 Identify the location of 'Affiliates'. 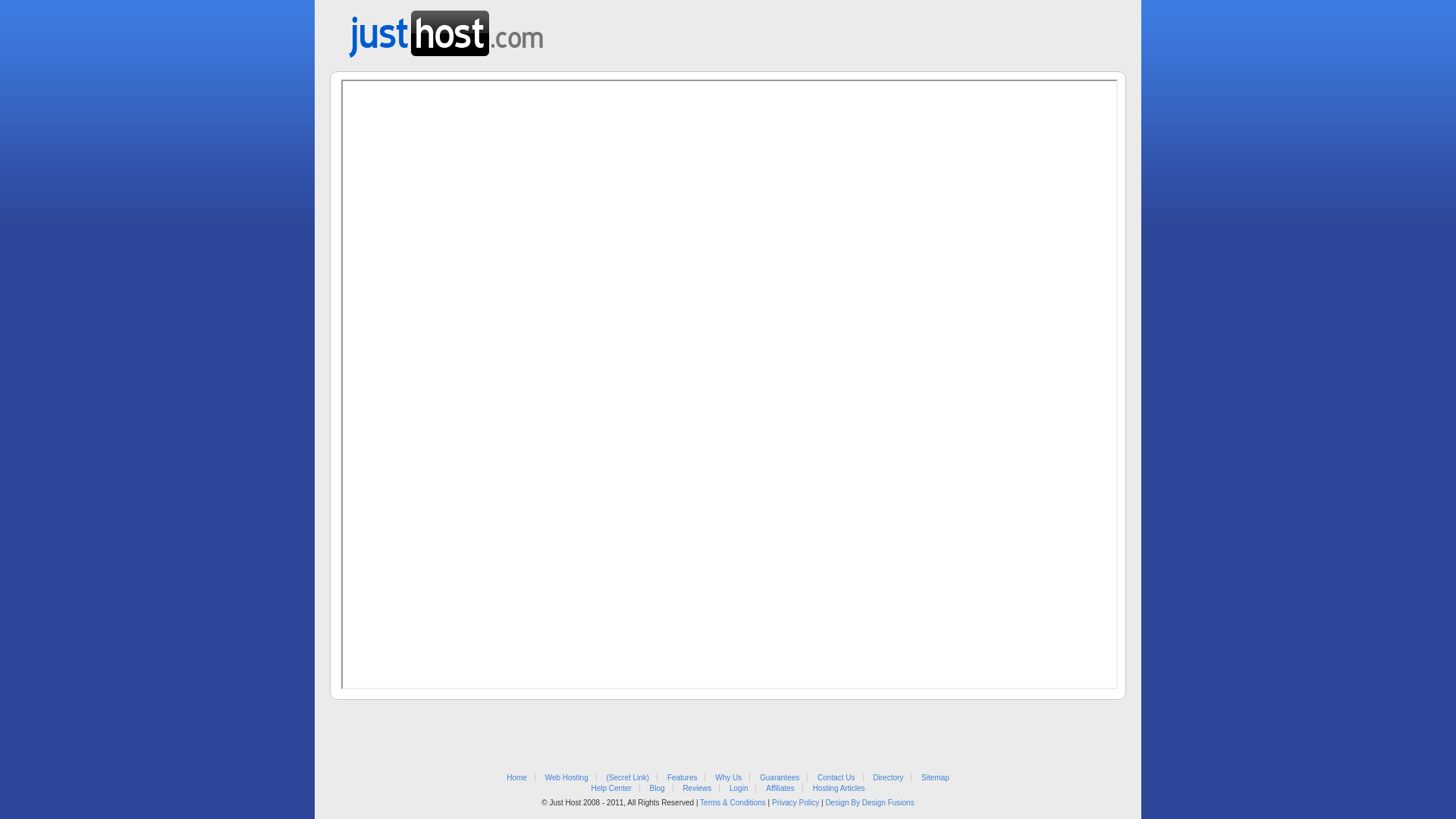
(780, 787).